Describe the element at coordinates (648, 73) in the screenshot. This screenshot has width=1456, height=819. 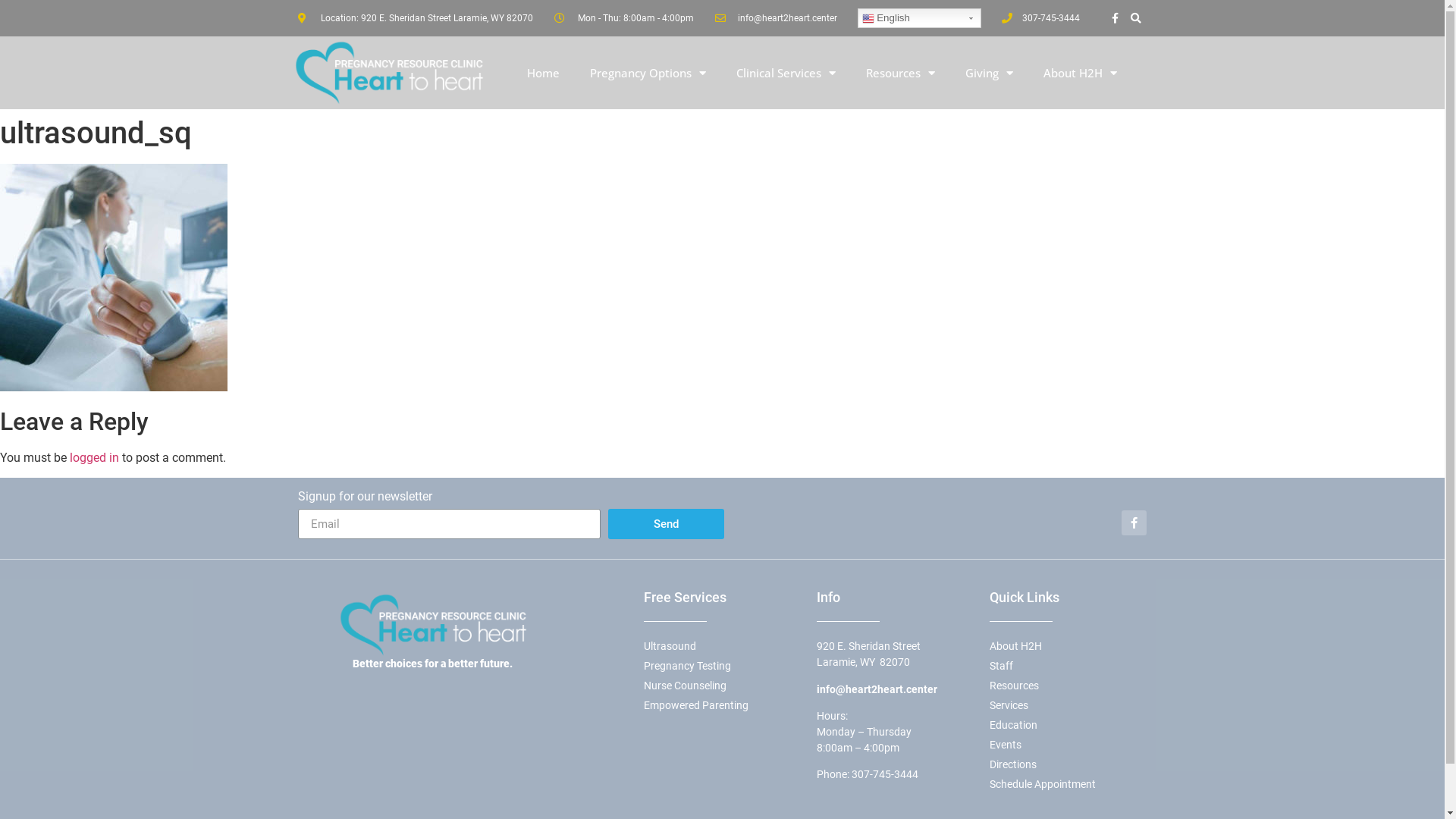
I see `'Pregnancy Options'` at that location.